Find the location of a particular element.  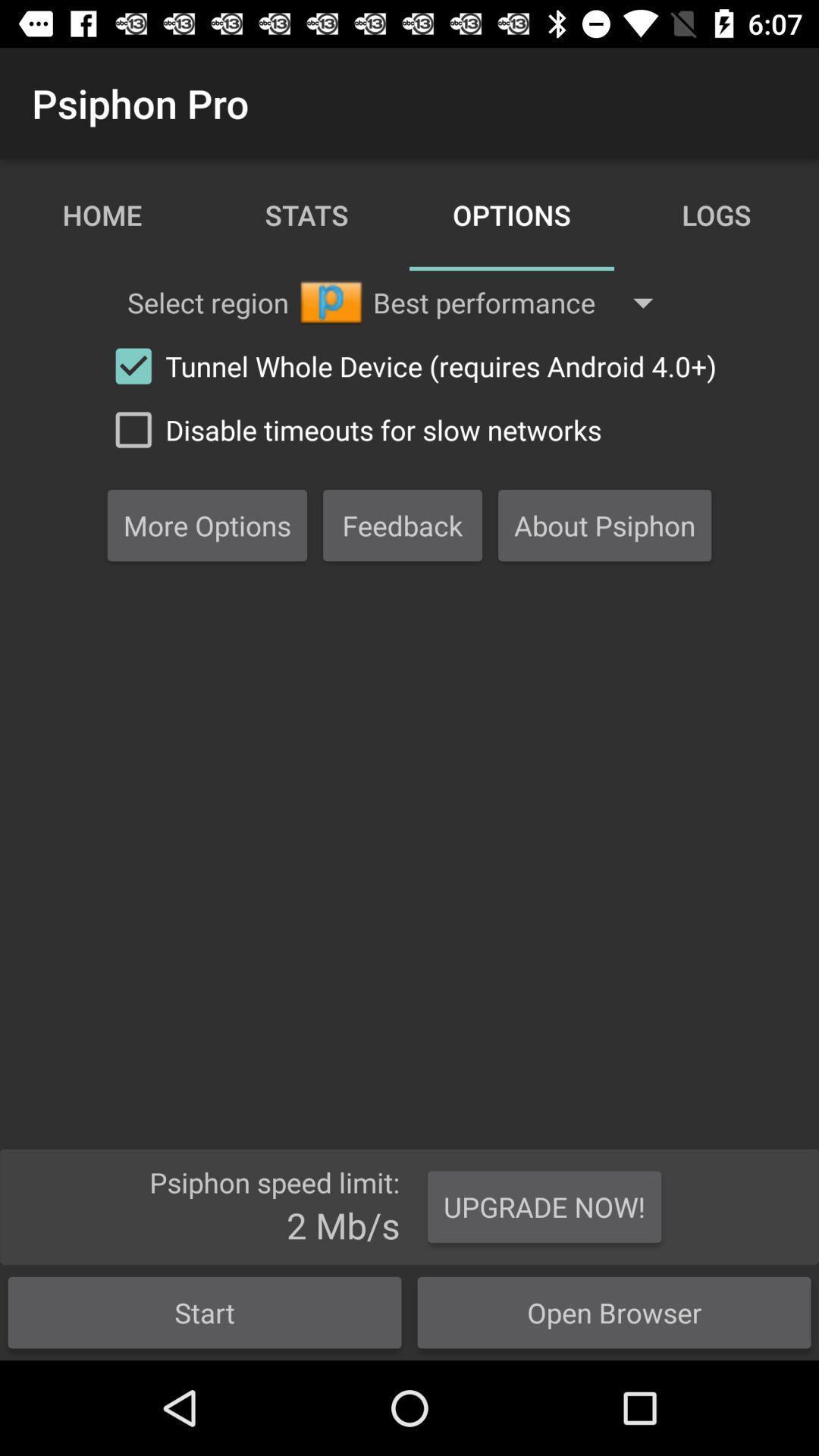

the text options is located at coordinates (512, 214).